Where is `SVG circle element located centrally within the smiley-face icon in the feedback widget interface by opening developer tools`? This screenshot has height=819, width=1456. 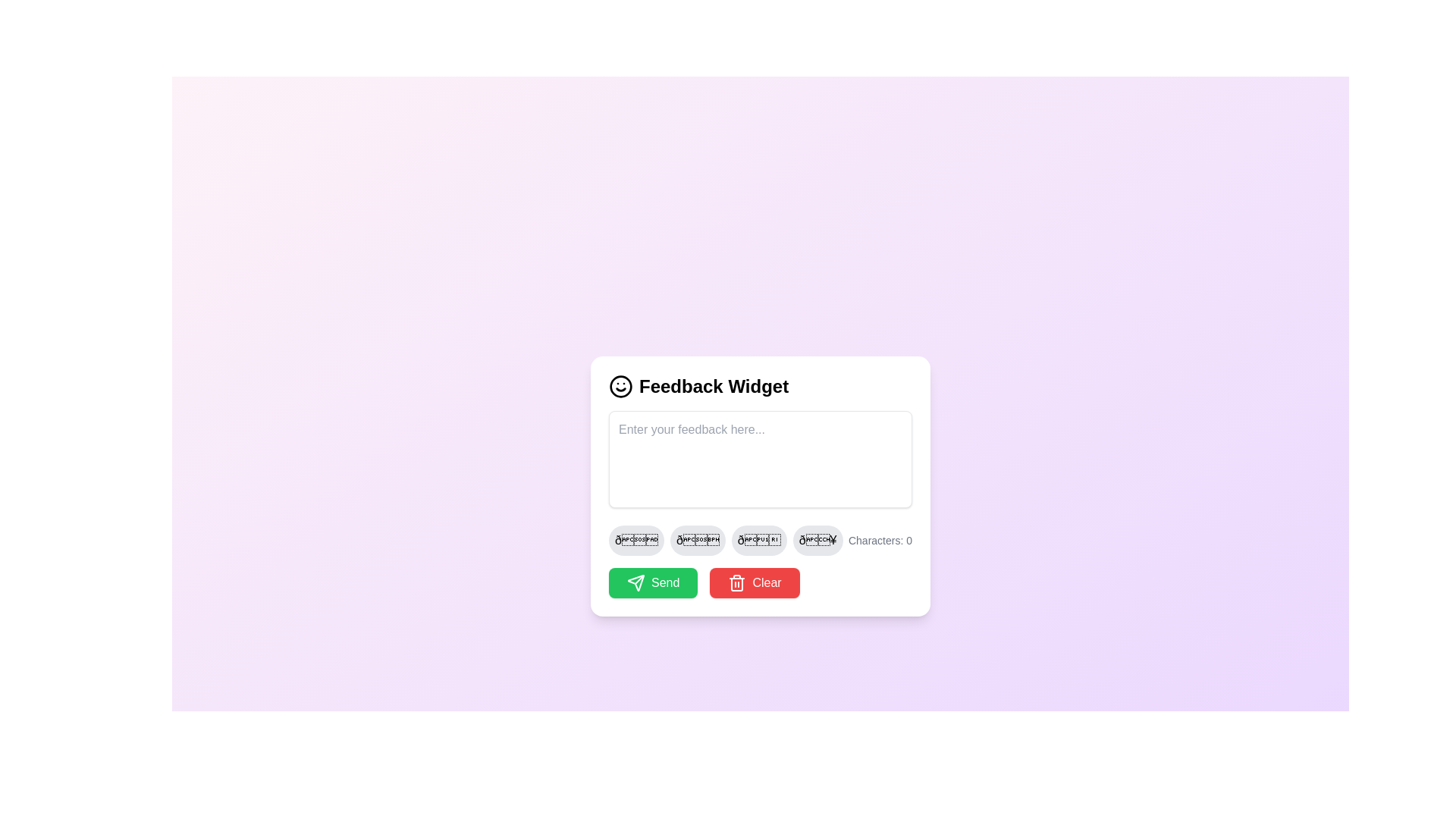
SVG circle element located centrally within the smiley-face icon in the feedback widget interface by opening developer tools is located at coordinates (621, 385).